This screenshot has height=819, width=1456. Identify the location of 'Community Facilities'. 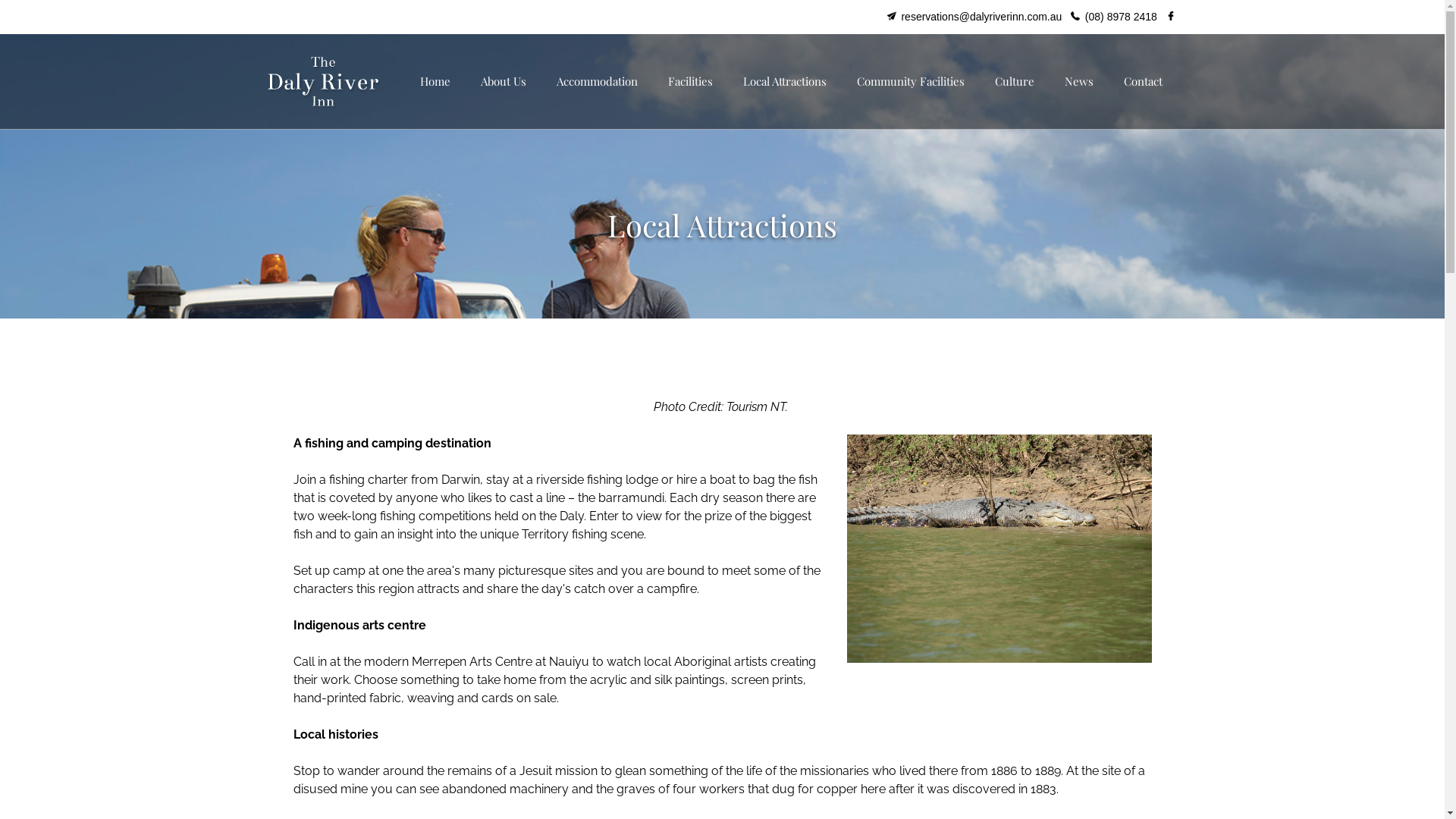
(910, 81).